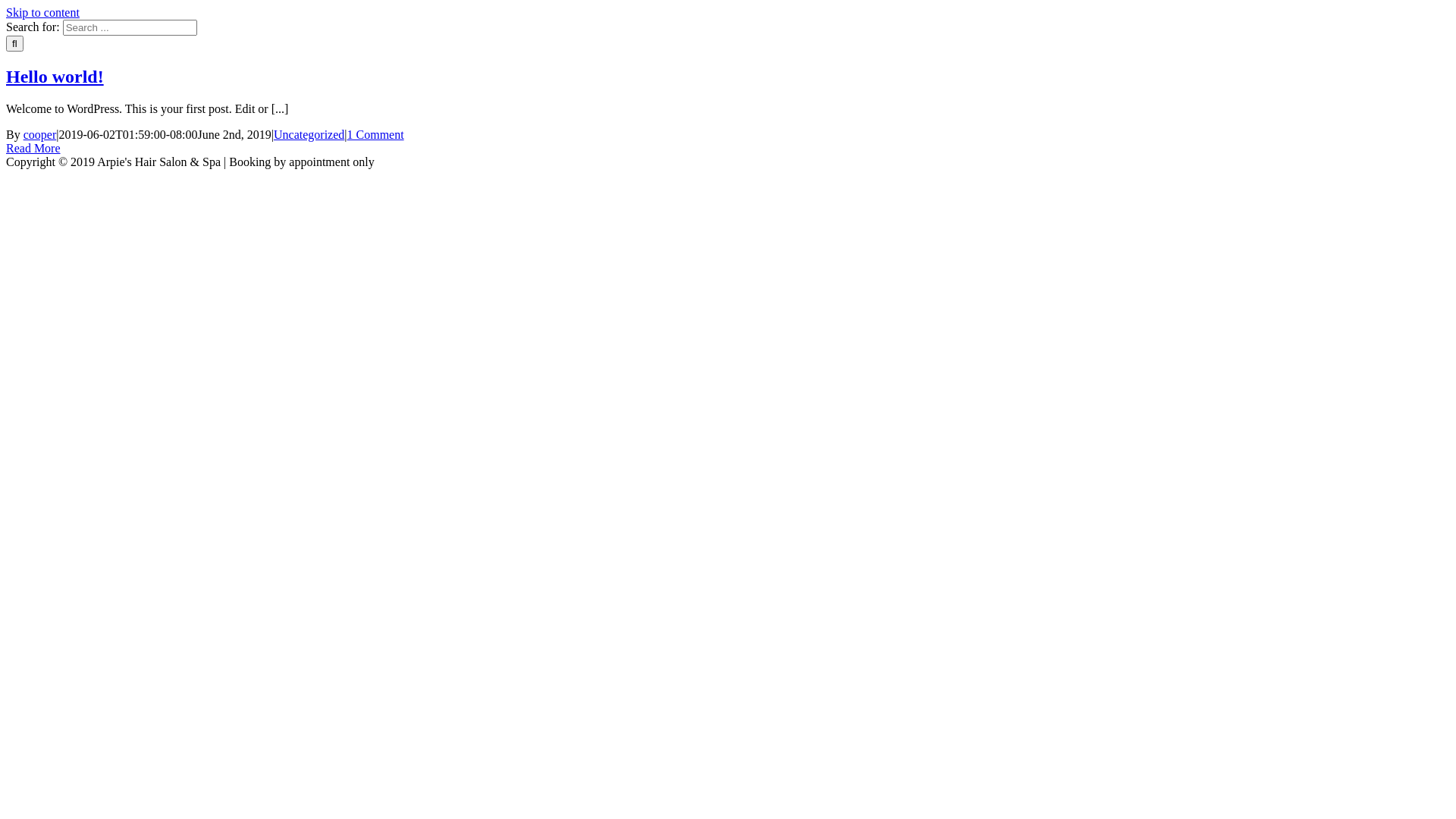 The height and width of the screenshot is (819, 1456). Describe the element at coordinates (33, 148) in the screenshot. I see `'Read More'` at that location.